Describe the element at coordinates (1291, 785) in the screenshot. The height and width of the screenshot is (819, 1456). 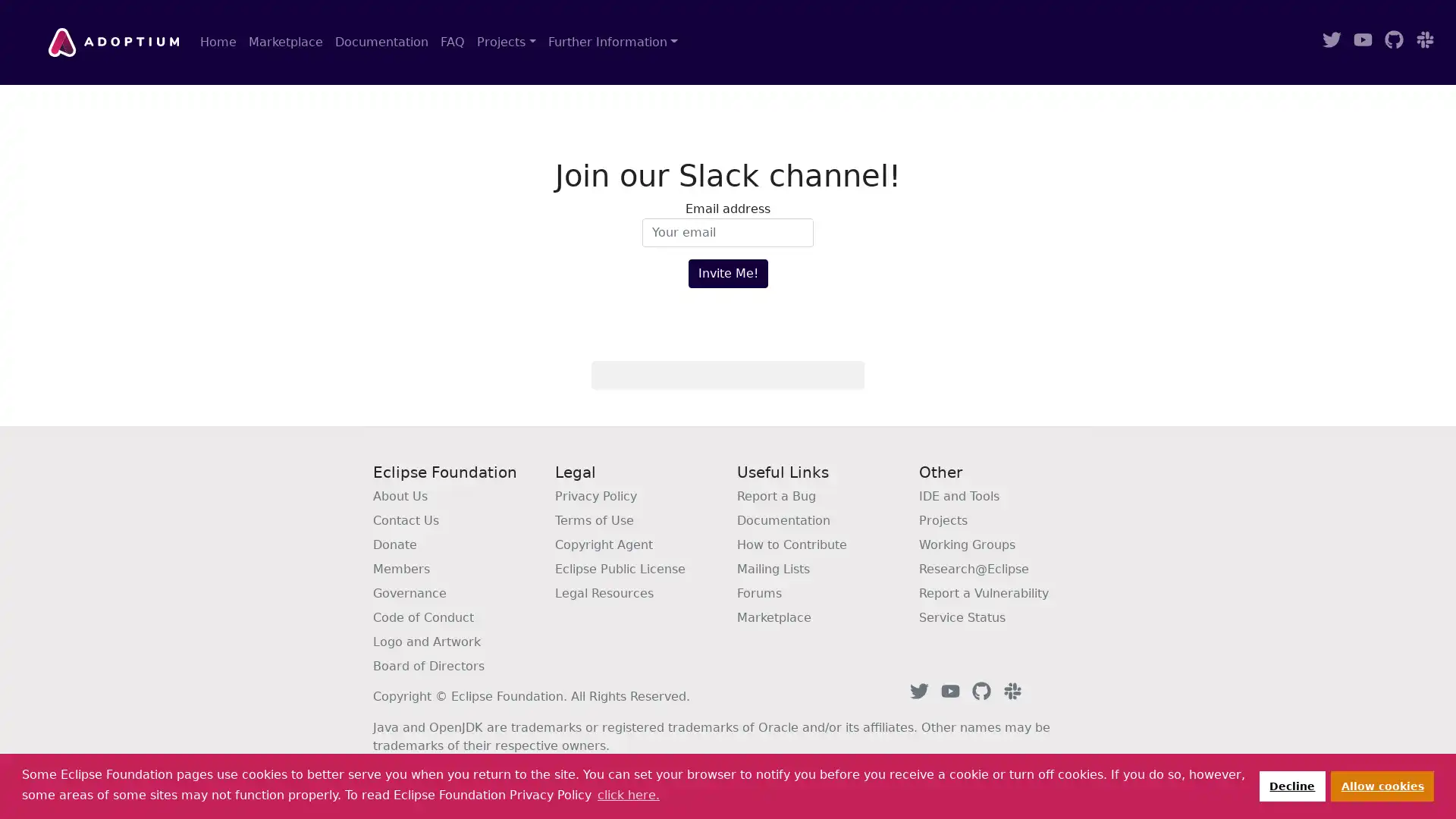
I see `deny cookies` at that location.